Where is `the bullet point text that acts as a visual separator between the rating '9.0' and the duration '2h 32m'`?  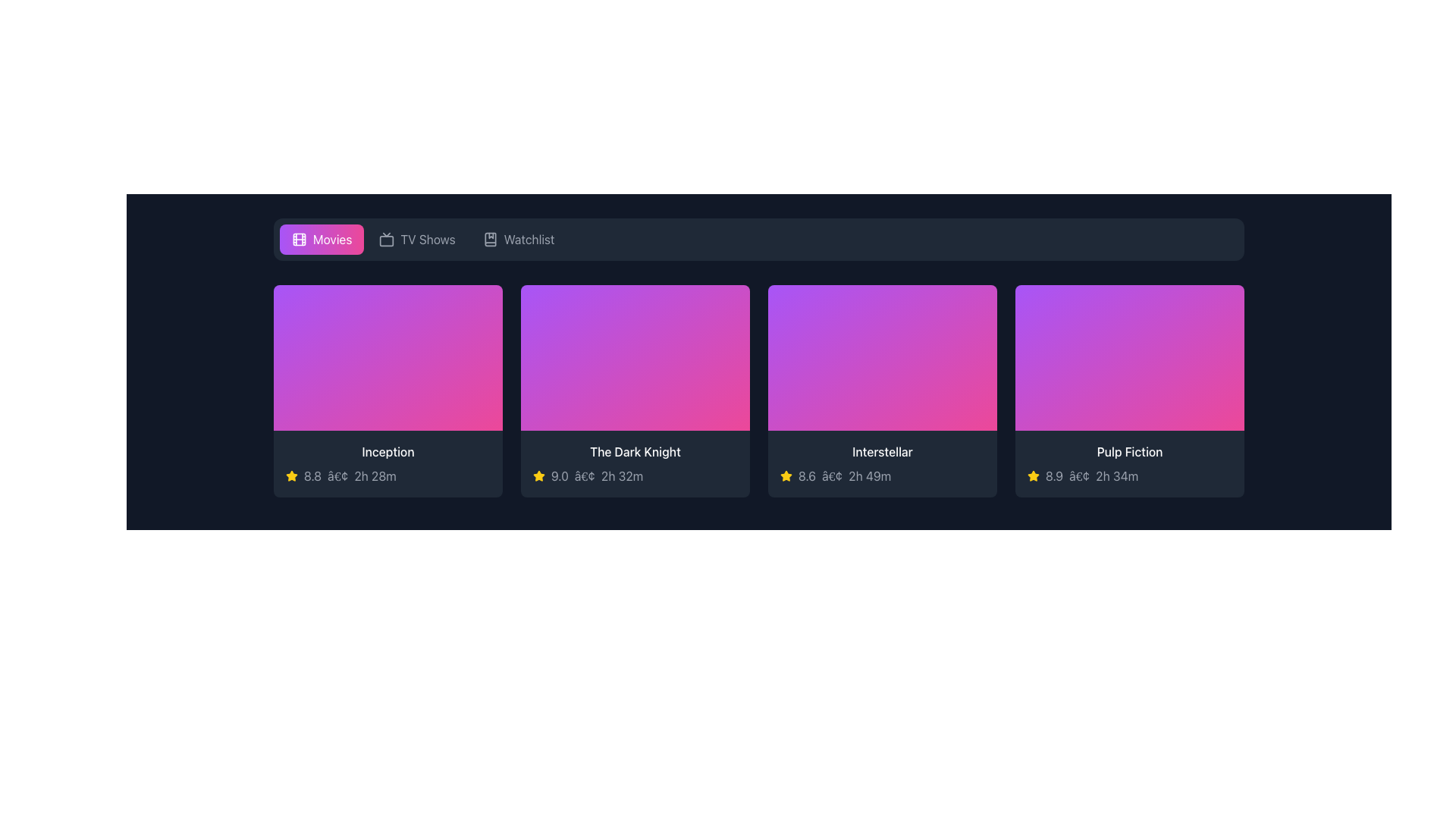
the bullet point text that acts as a visual separator between the rating '9.0' and the duration '2h 32m' is located at coordinates (584, 475).